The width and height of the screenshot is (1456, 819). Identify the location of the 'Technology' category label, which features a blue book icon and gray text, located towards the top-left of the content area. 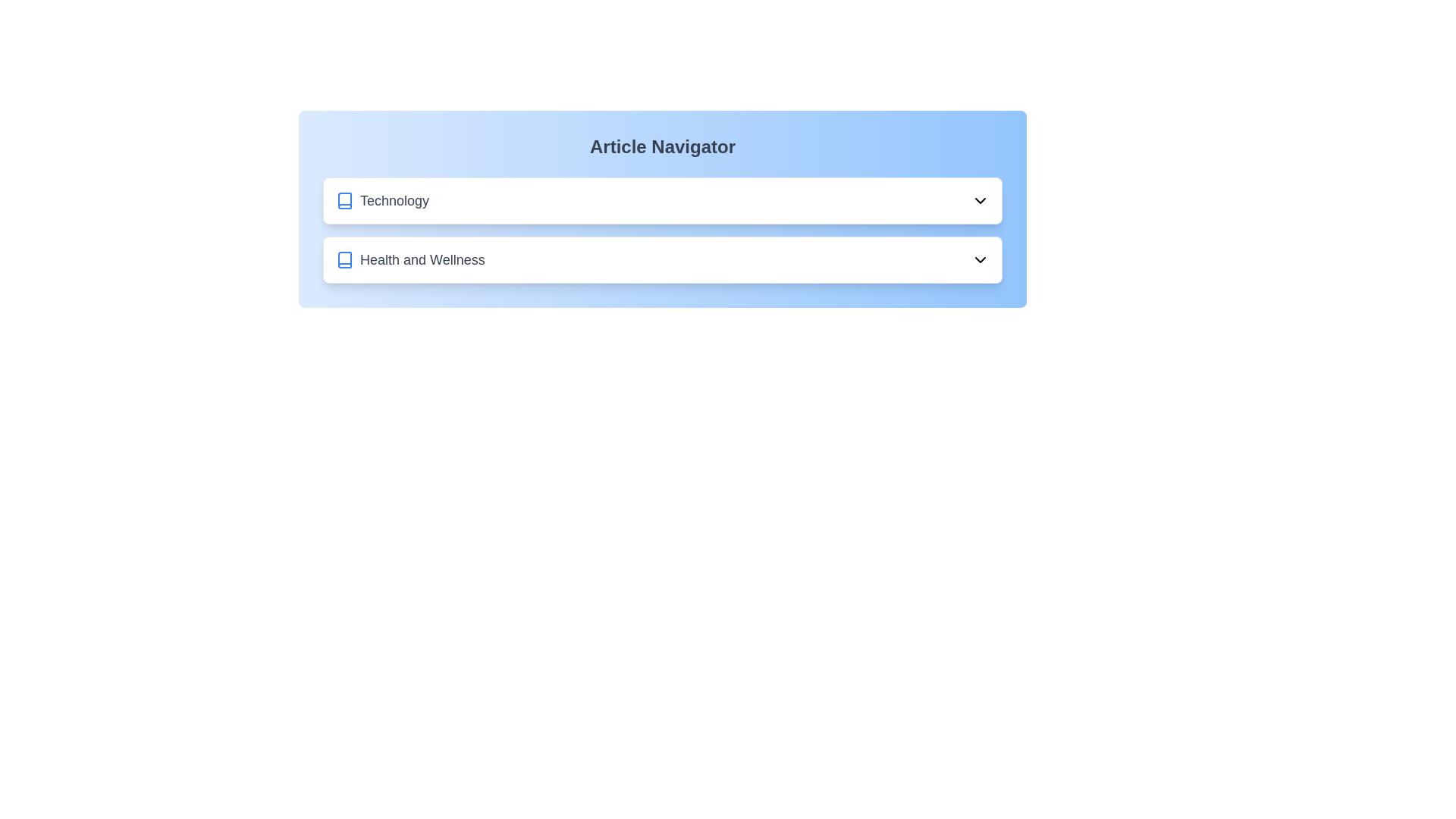
(382, 200).